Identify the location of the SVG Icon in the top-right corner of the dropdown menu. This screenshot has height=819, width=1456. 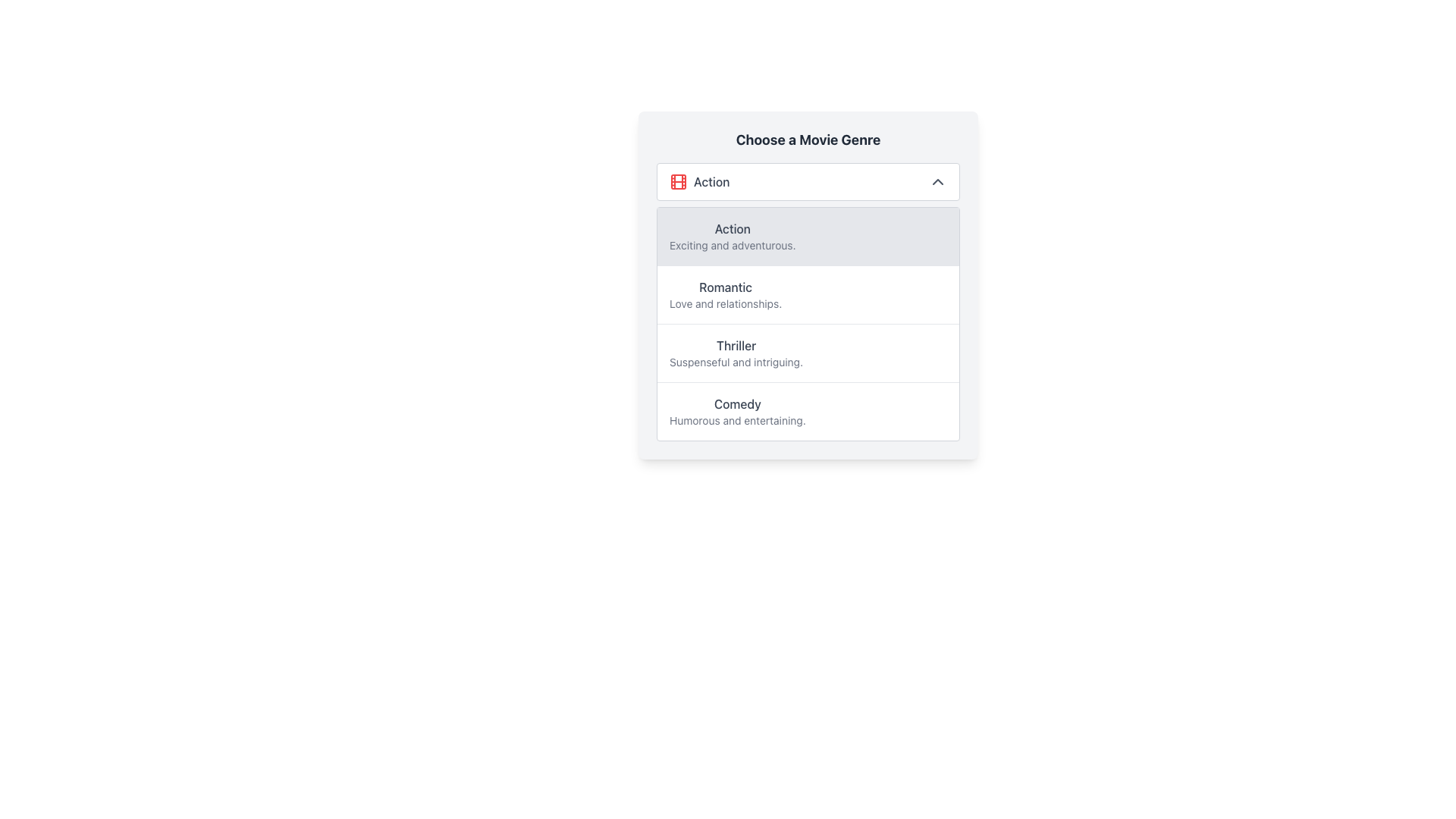
(937, 180).